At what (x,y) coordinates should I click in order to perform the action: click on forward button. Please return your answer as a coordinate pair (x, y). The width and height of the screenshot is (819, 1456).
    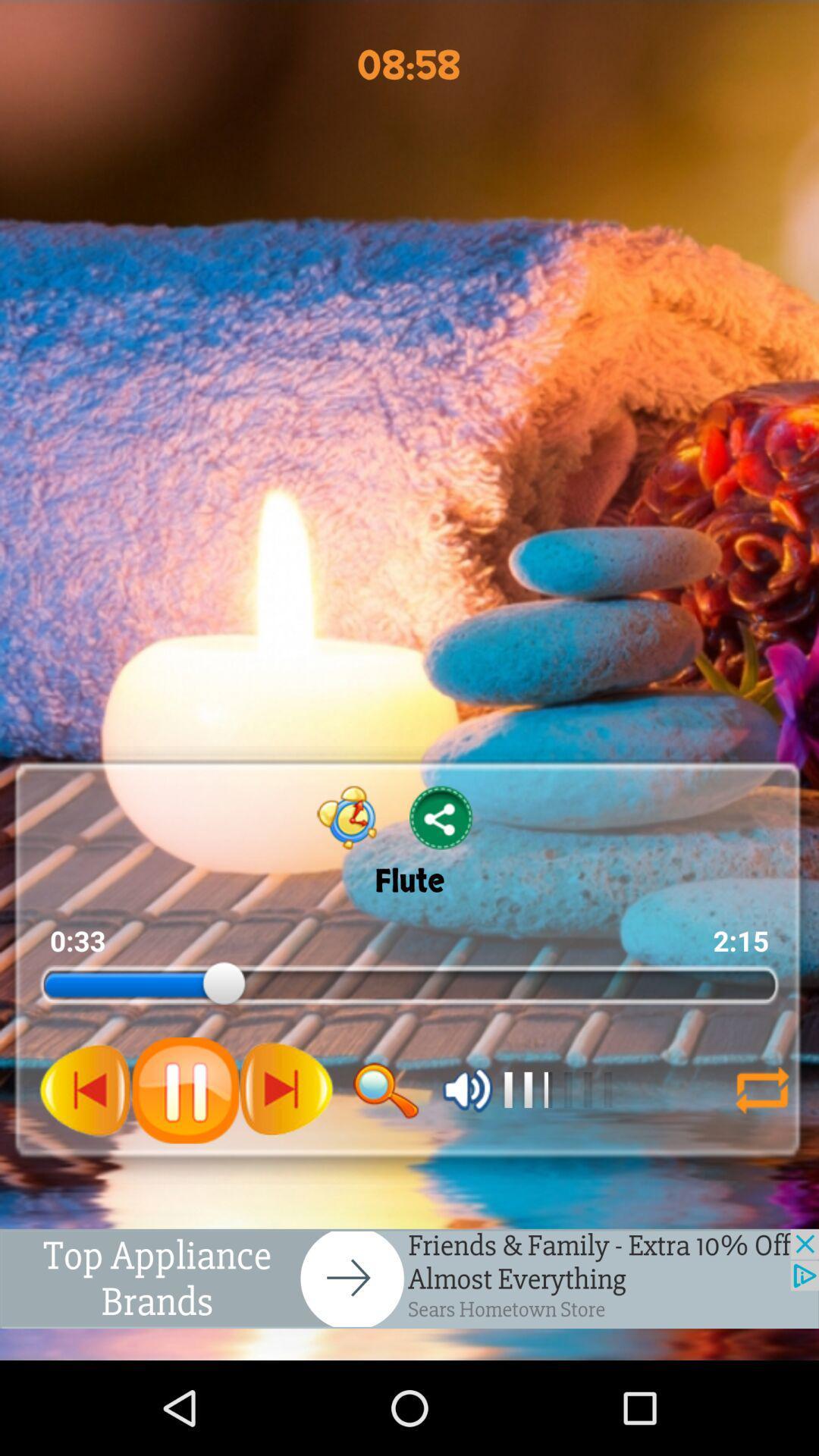
    Looking at the image, I should click on (286, 1089).